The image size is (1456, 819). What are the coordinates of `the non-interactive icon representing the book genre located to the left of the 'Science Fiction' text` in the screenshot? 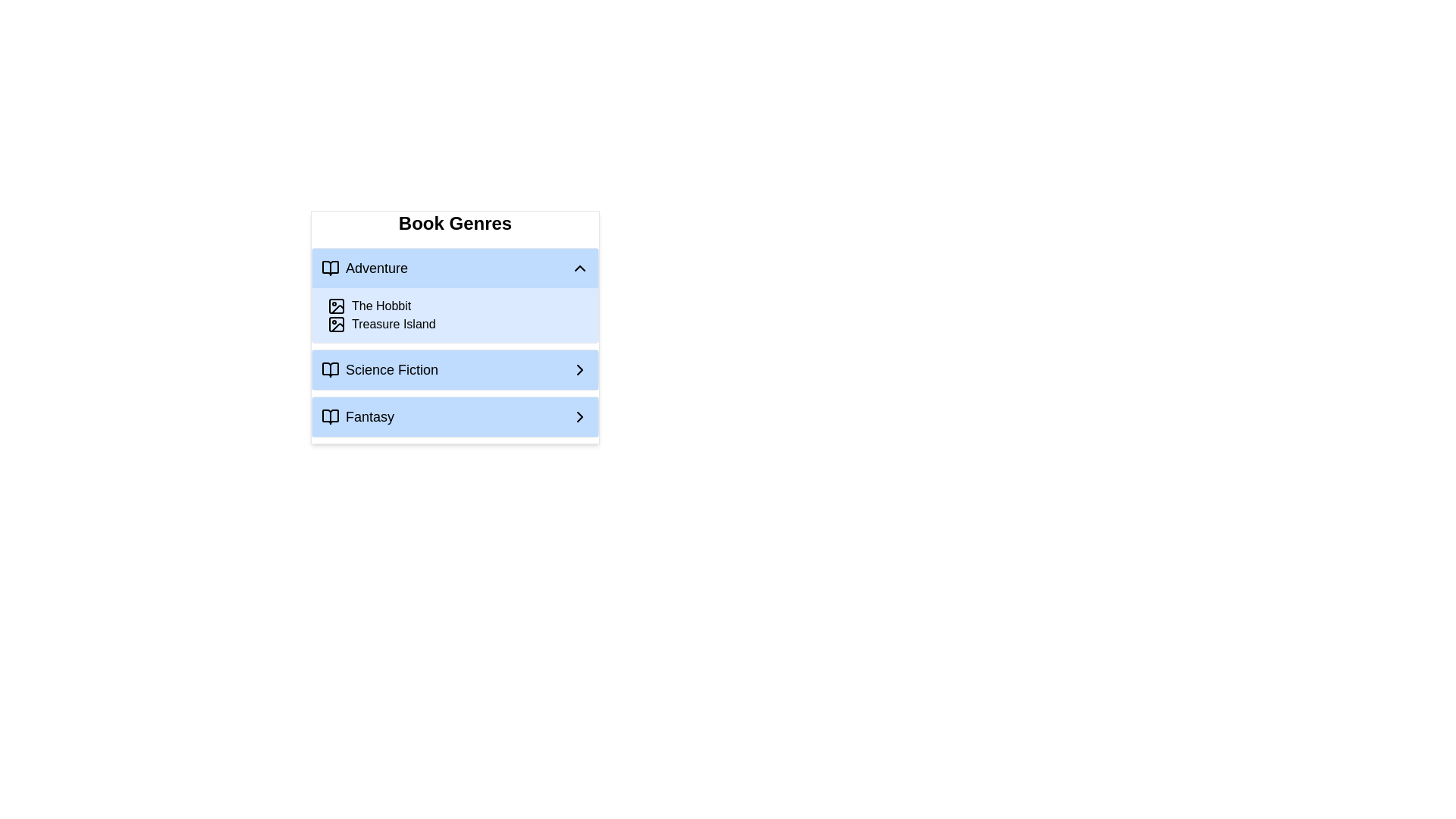 It's located at (330, 370).